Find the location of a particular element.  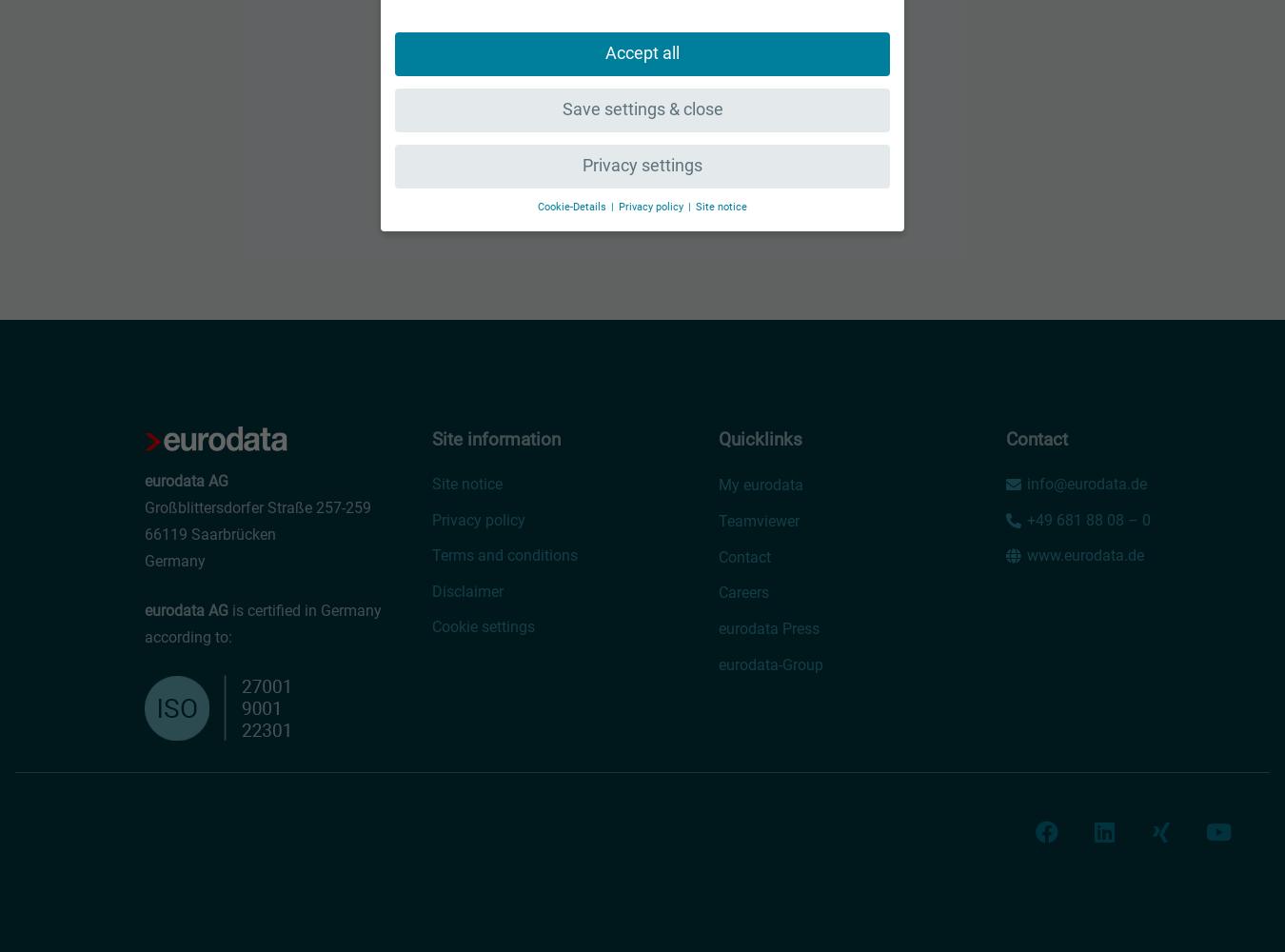

'Privacy policy' is located at coordinates (477, 519).